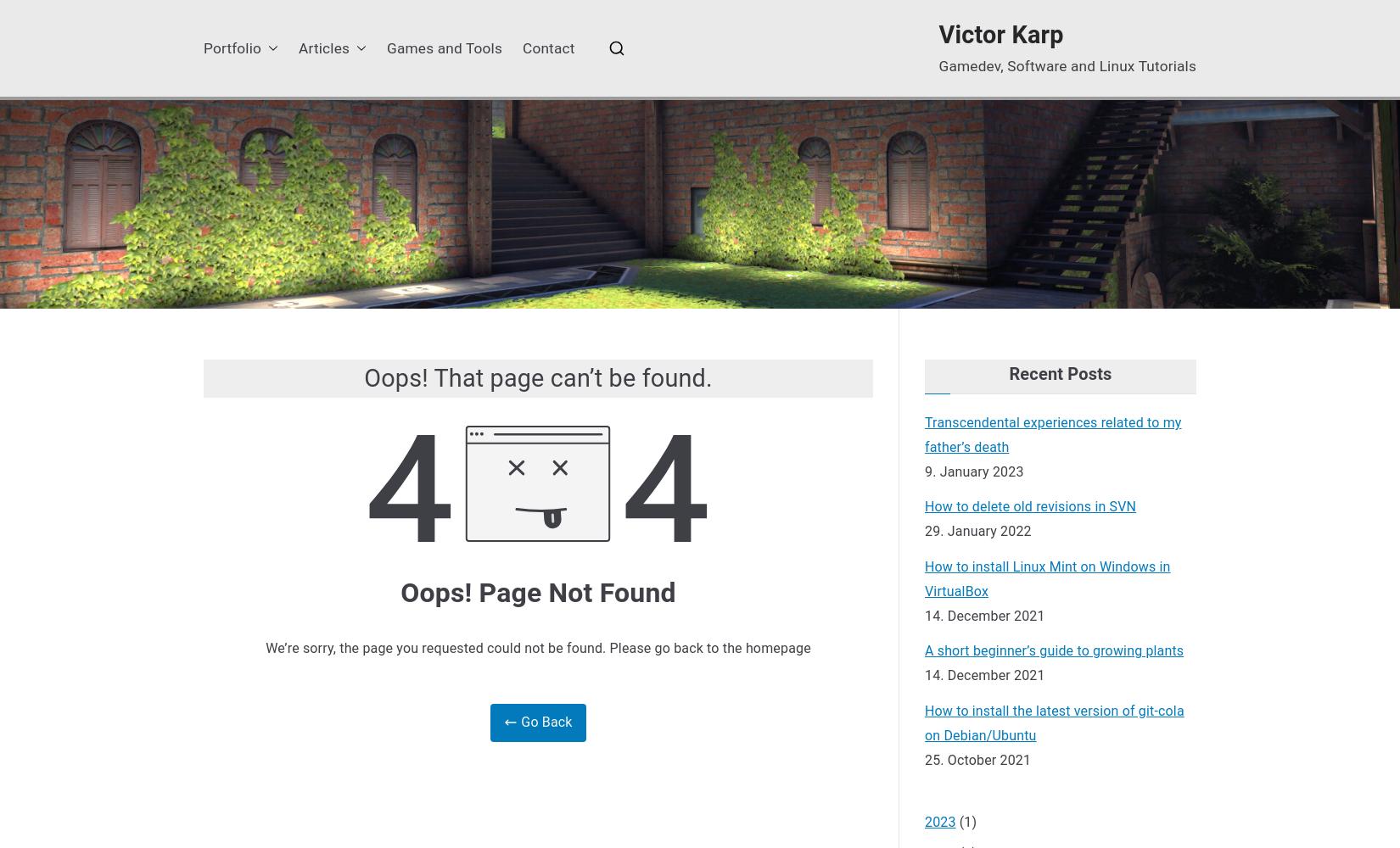 This screenshot has width=1400, height=848. What do you see at coordinates (1059, 373) in the screenshot?
I see `'Recent Posts'` at bounding box center [1059, 373].